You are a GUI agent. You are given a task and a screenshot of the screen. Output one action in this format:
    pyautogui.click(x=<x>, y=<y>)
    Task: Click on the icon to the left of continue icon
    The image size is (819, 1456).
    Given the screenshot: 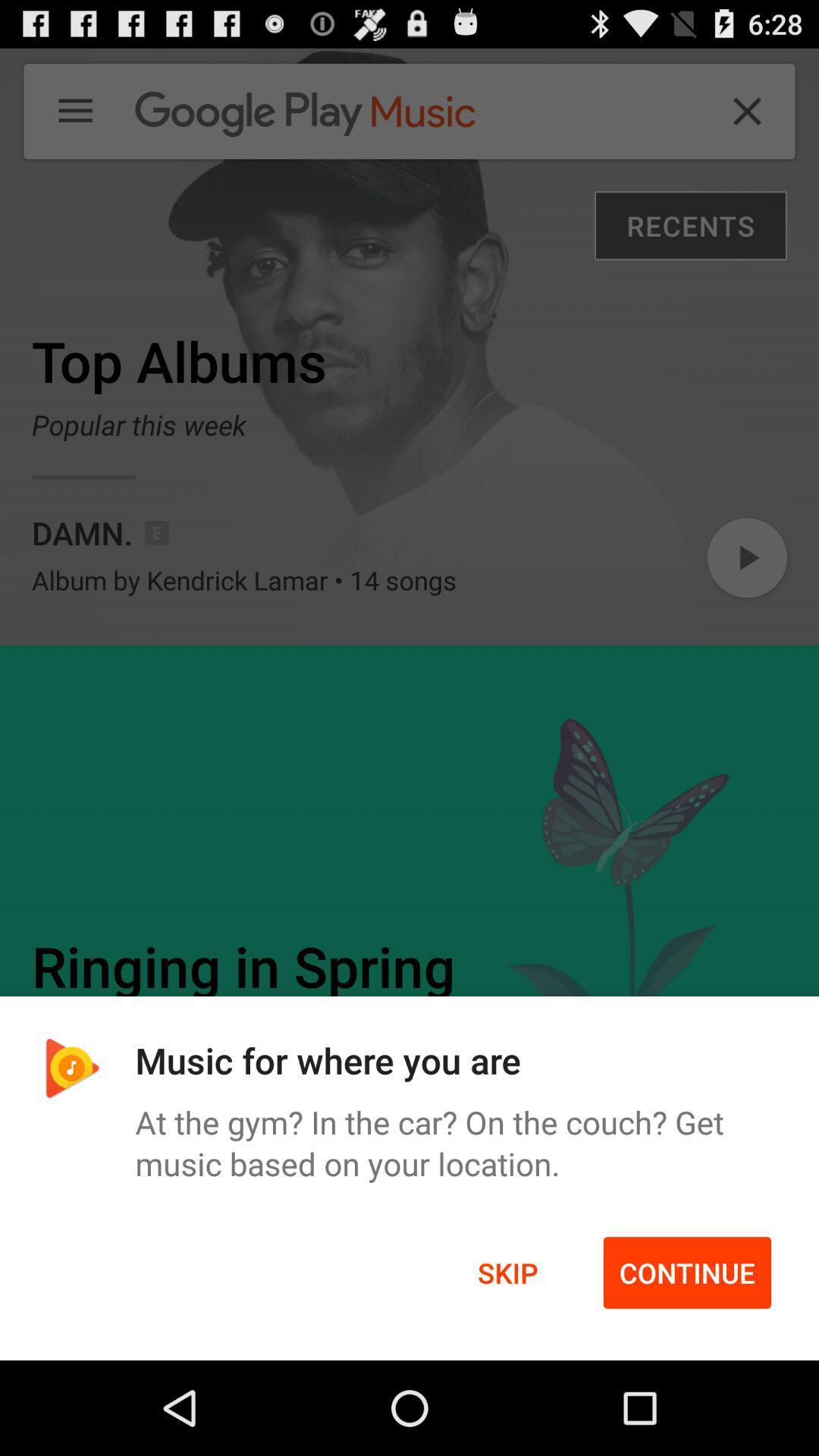 What is the action you would take?
    pyautogui.click(x=507, y=1272)
    